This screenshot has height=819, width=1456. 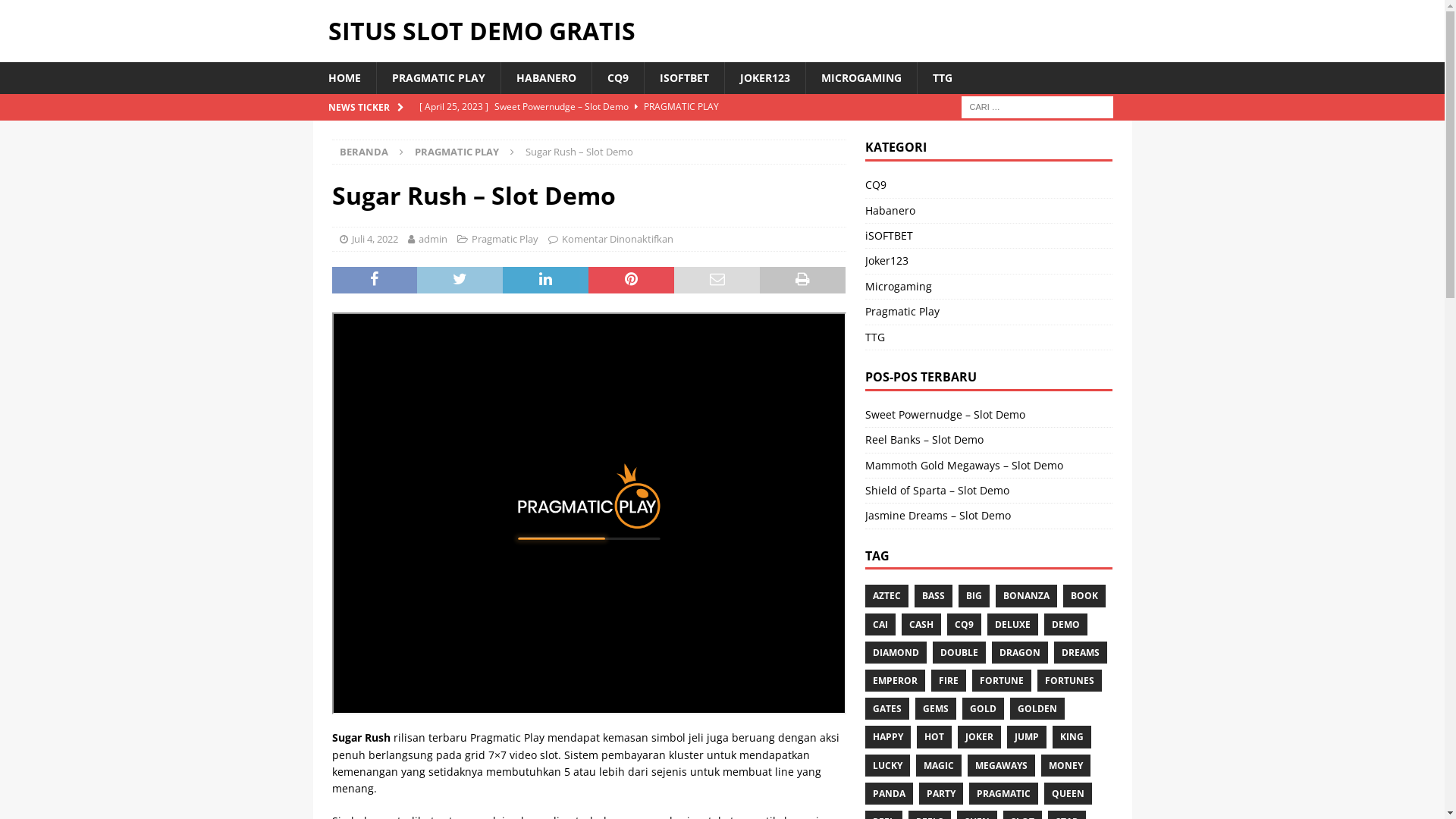 I want to click on 'CASH', so click(x=920, y=624).